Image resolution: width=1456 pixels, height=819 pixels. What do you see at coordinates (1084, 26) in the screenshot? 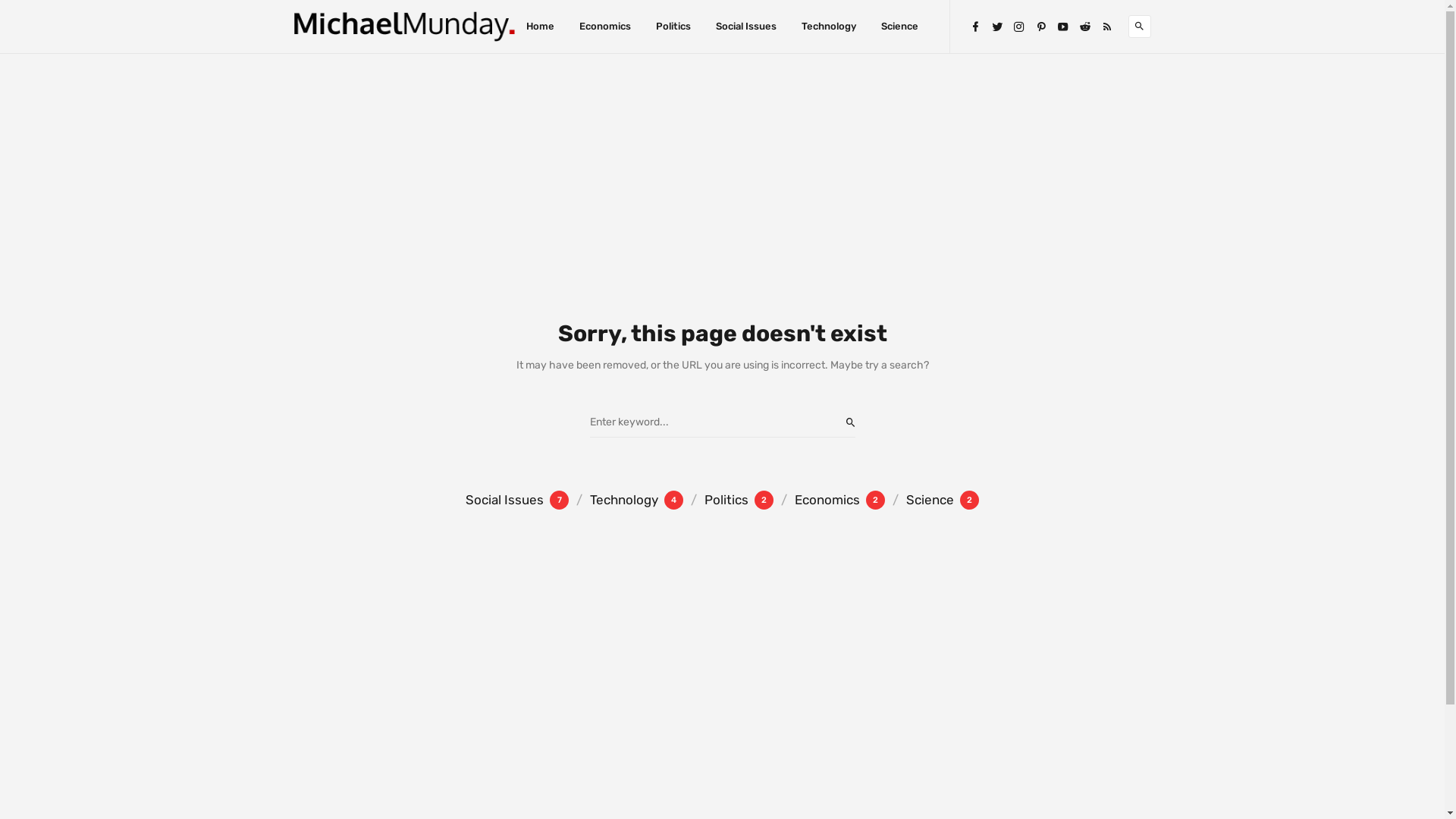
I see `'Reddit'` at bounding box center [1084, 26].